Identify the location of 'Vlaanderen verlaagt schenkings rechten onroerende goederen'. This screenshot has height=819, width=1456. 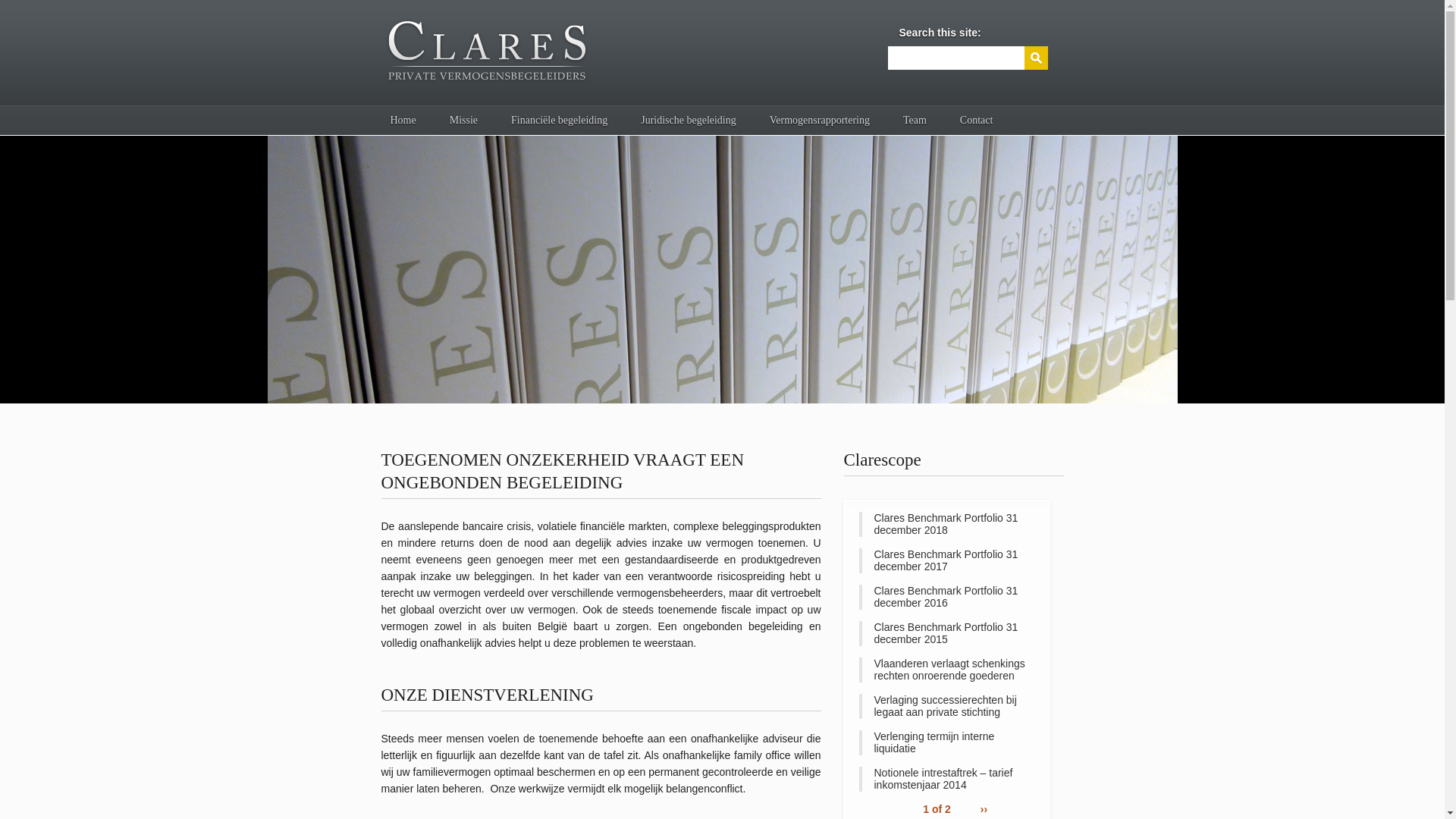
(945, 669).